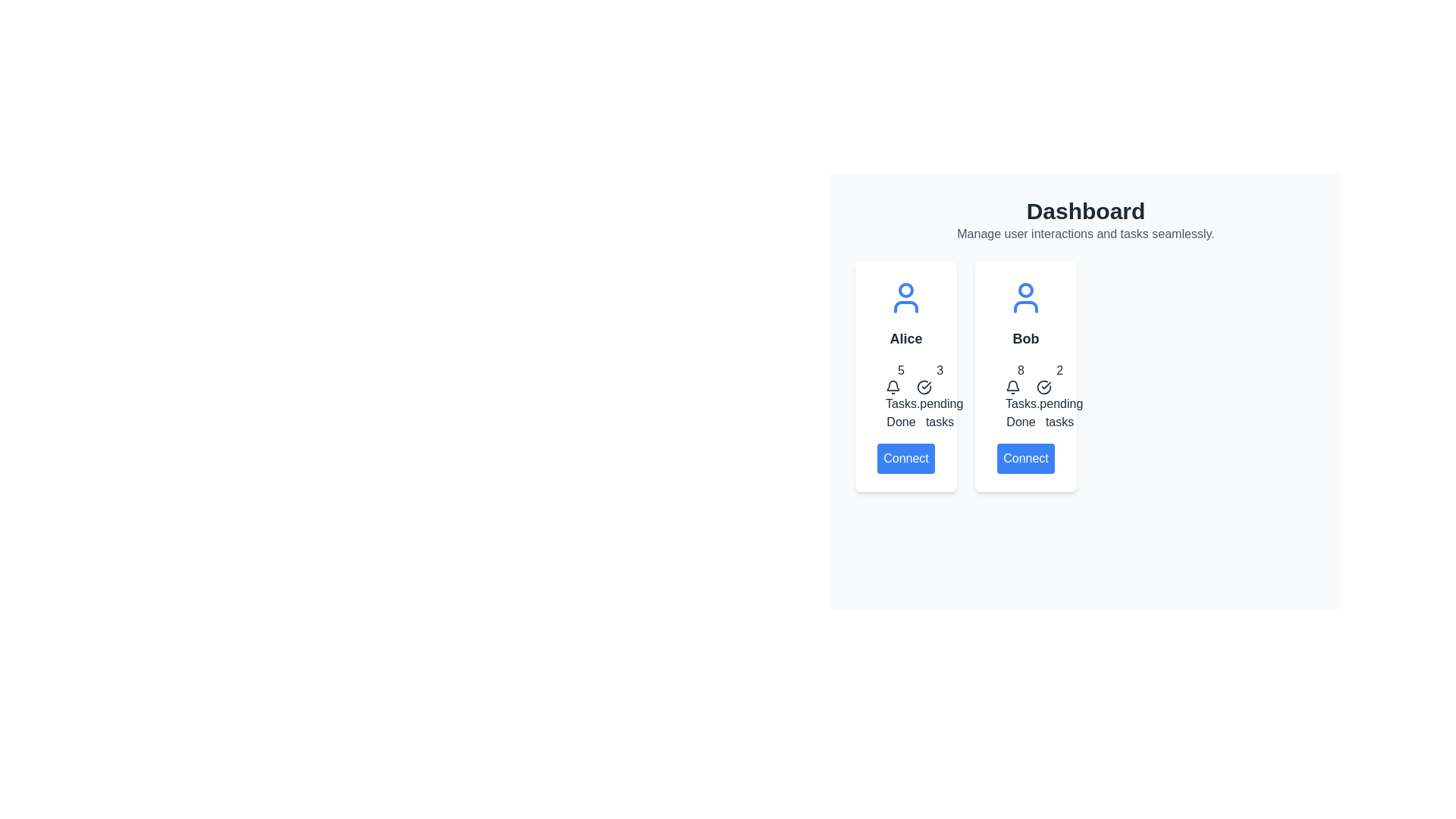  Describe the element at coordinates (1059, 371) in the screenshot. I see `value displayed in the task completion count text element, which is located to the right of the numeric display '8' associated with user 'Bob' in the user overview section` at that location.